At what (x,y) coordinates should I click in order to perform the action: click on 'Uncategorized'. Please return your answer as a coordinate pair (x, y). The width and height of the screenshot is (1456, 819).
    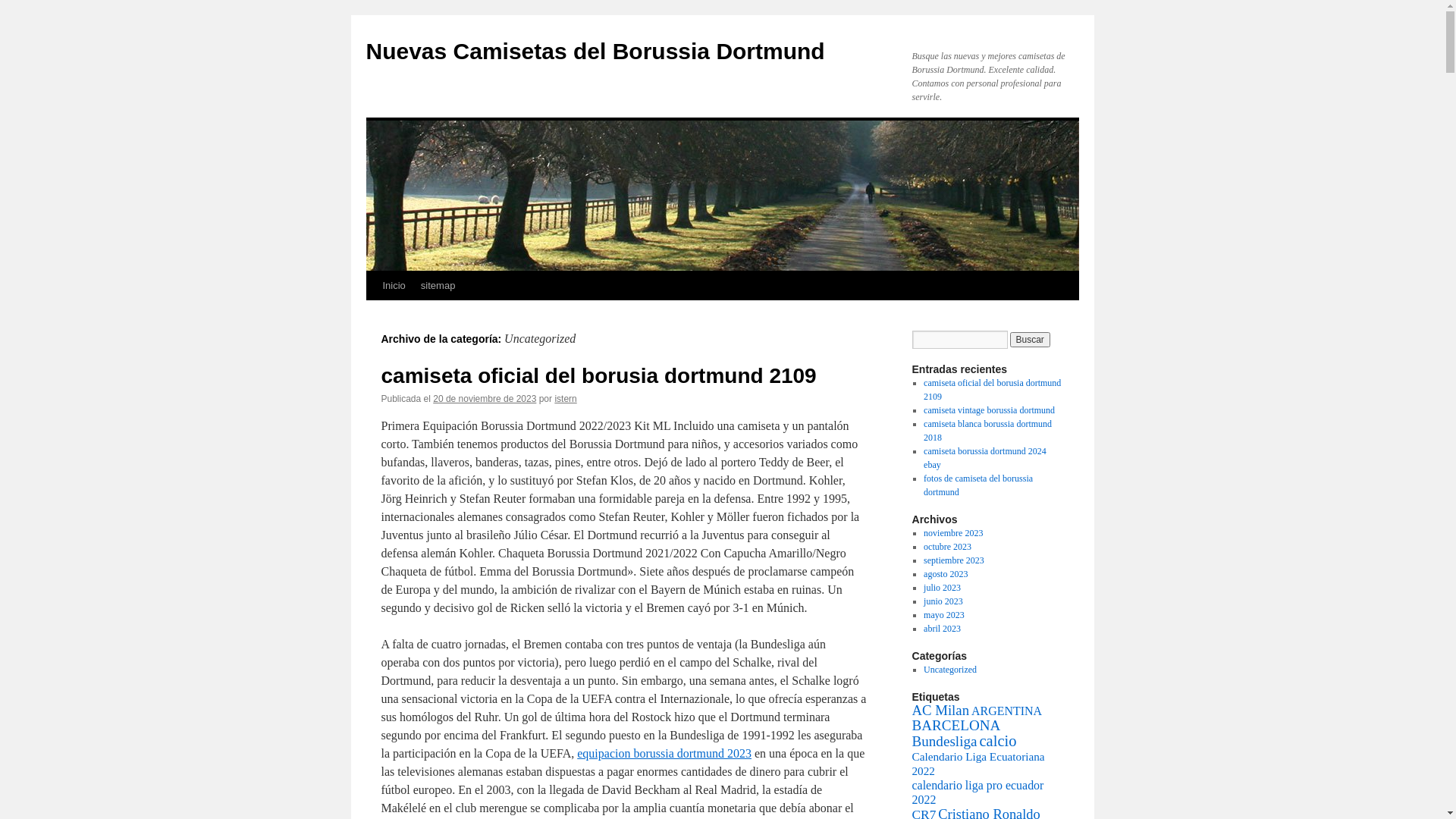
    Looking at the image, I should click on (923, 669).